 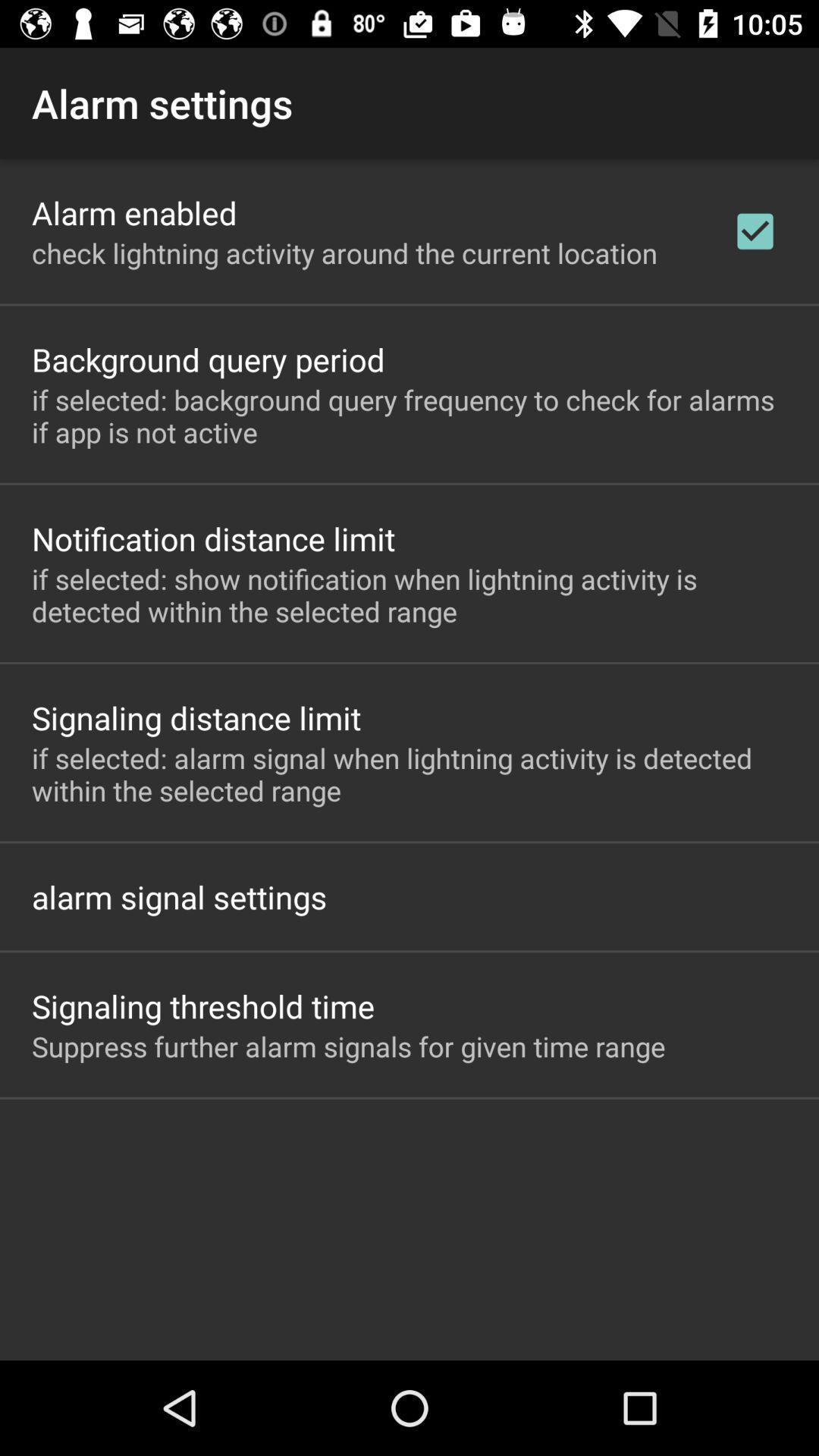 What do you see at coordinates (133, 212) in the screenshot?
I see `the icon below alarm settings item` at bounding box center [133, 212].